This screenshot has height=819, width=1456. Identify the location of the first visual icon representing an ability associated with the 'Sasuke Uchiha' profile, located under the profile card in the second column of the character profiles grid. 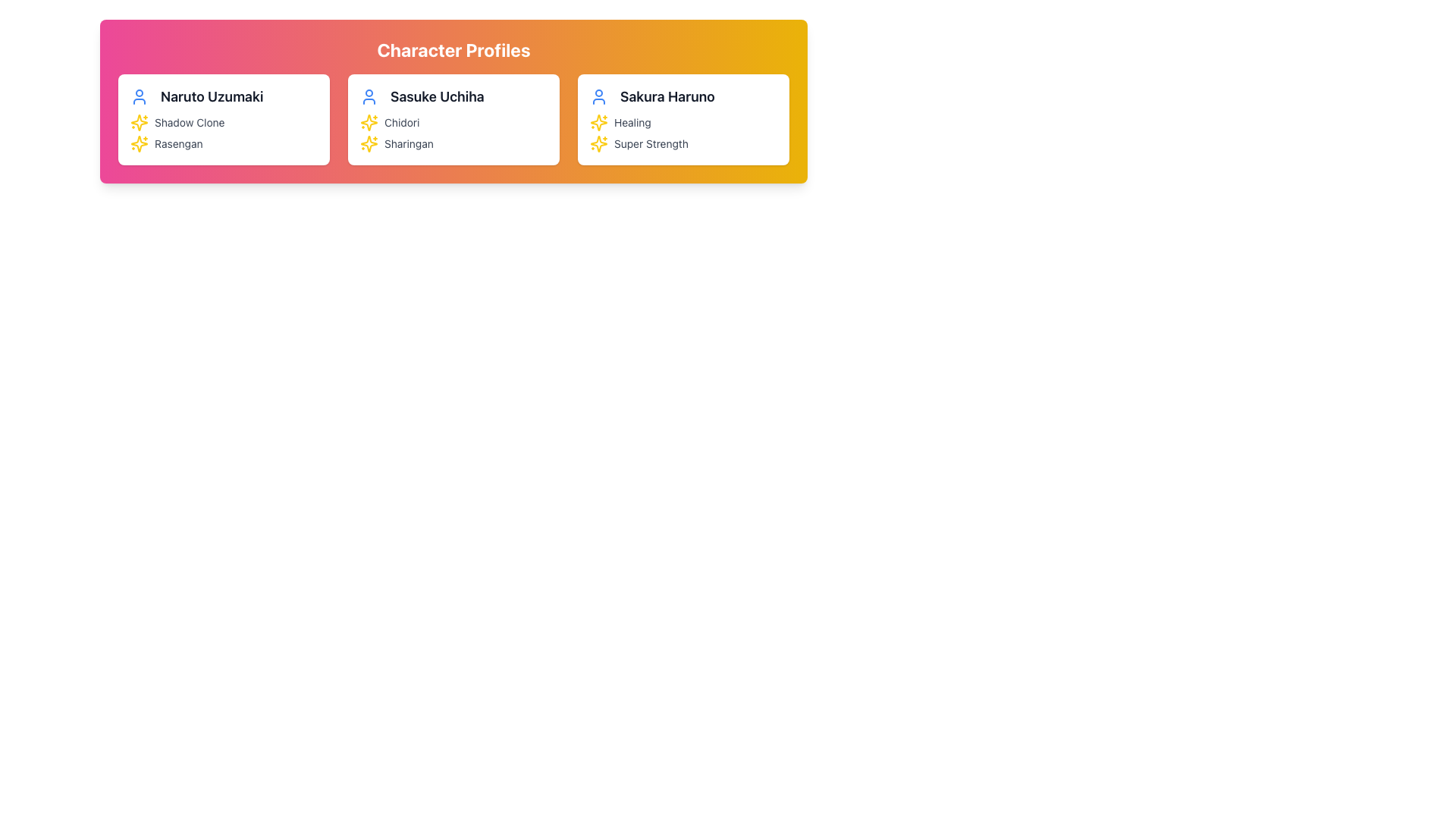
(369, 143).